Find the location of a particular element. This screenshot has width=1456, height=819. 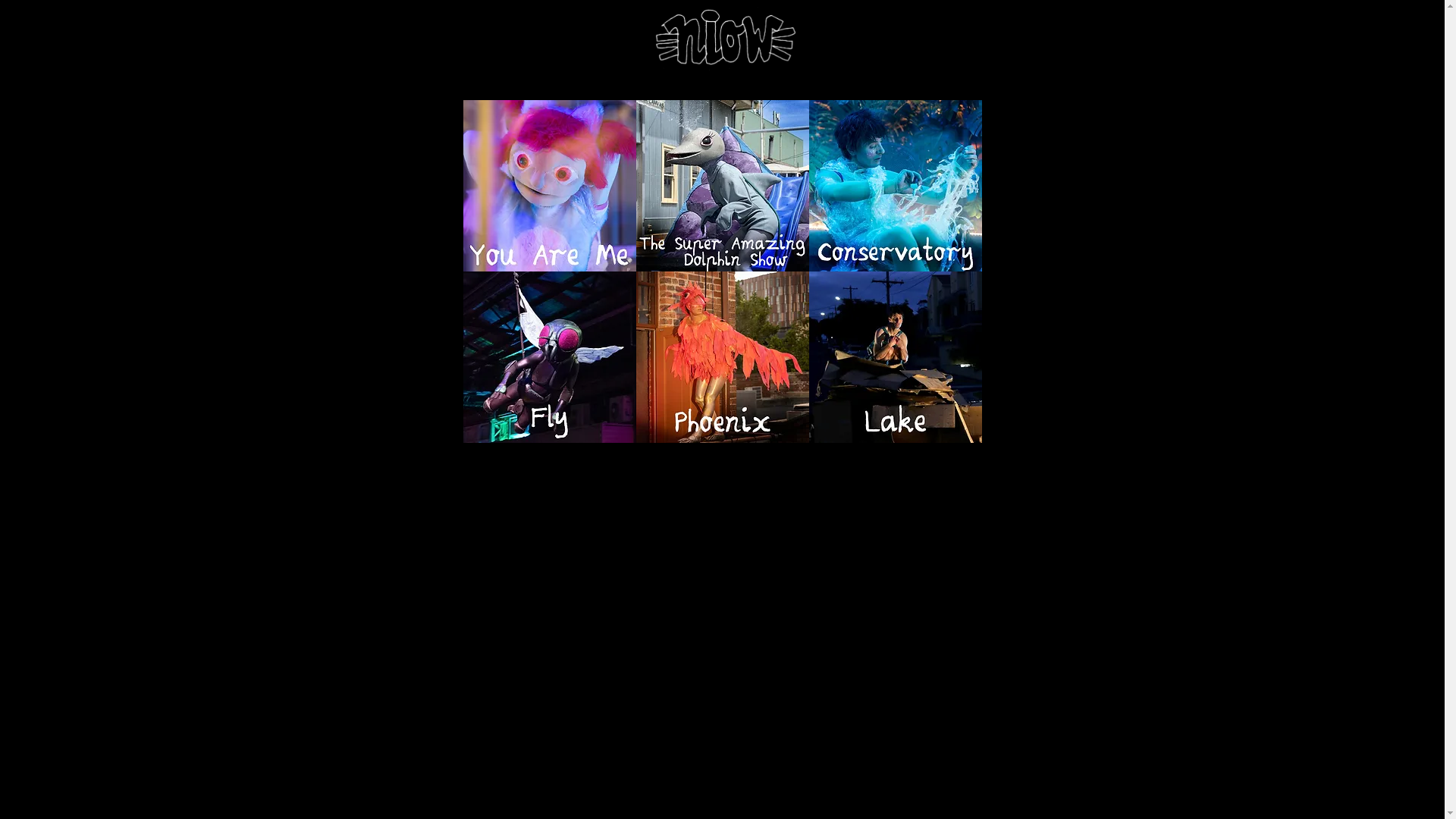

'niow home' is located at coordinates (720, 38).